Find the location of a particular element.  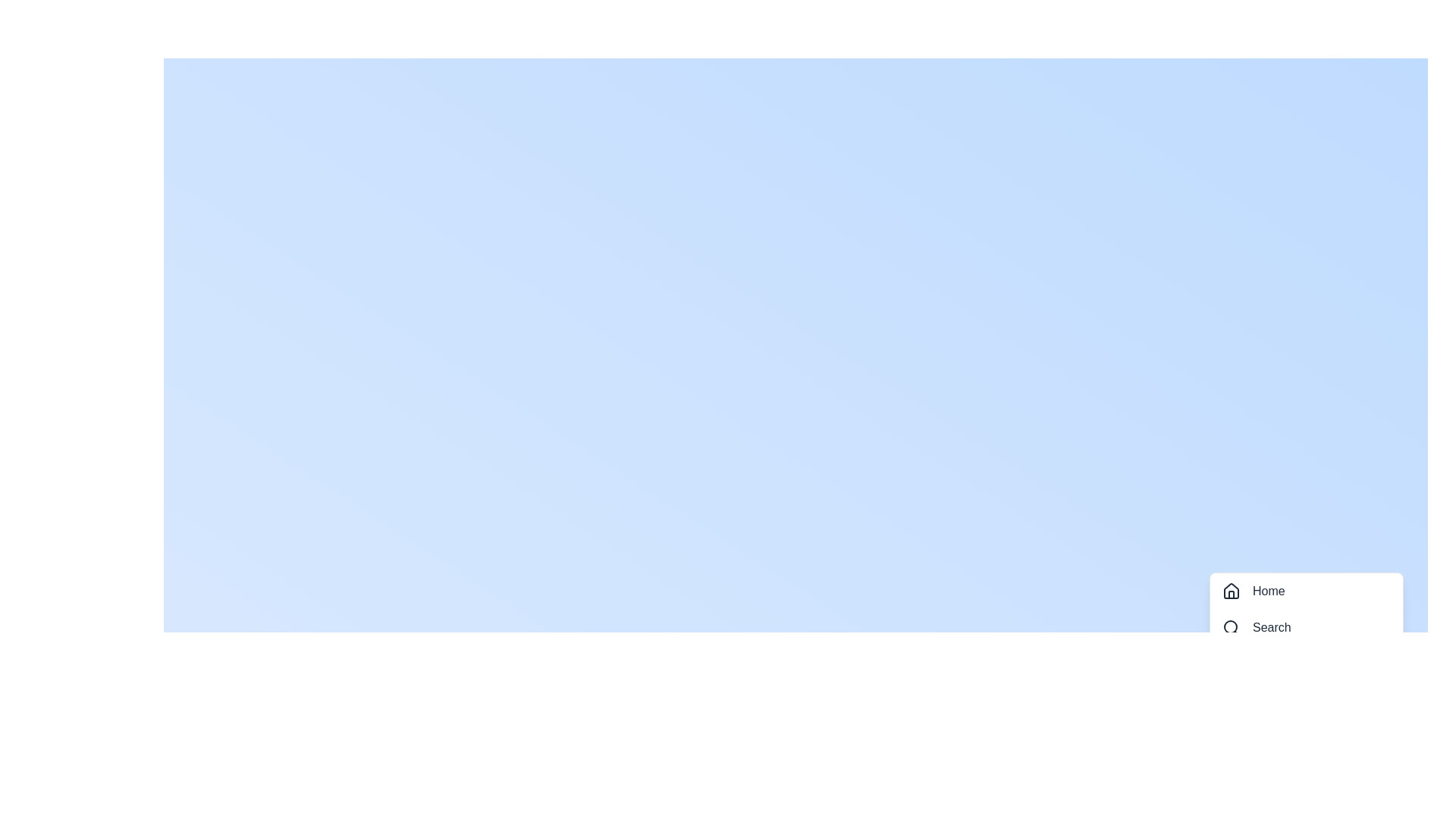

the house-shaped icon representing 'Home', which is located in the bottom right horizontal menu is located at coordinates (1231, 590).